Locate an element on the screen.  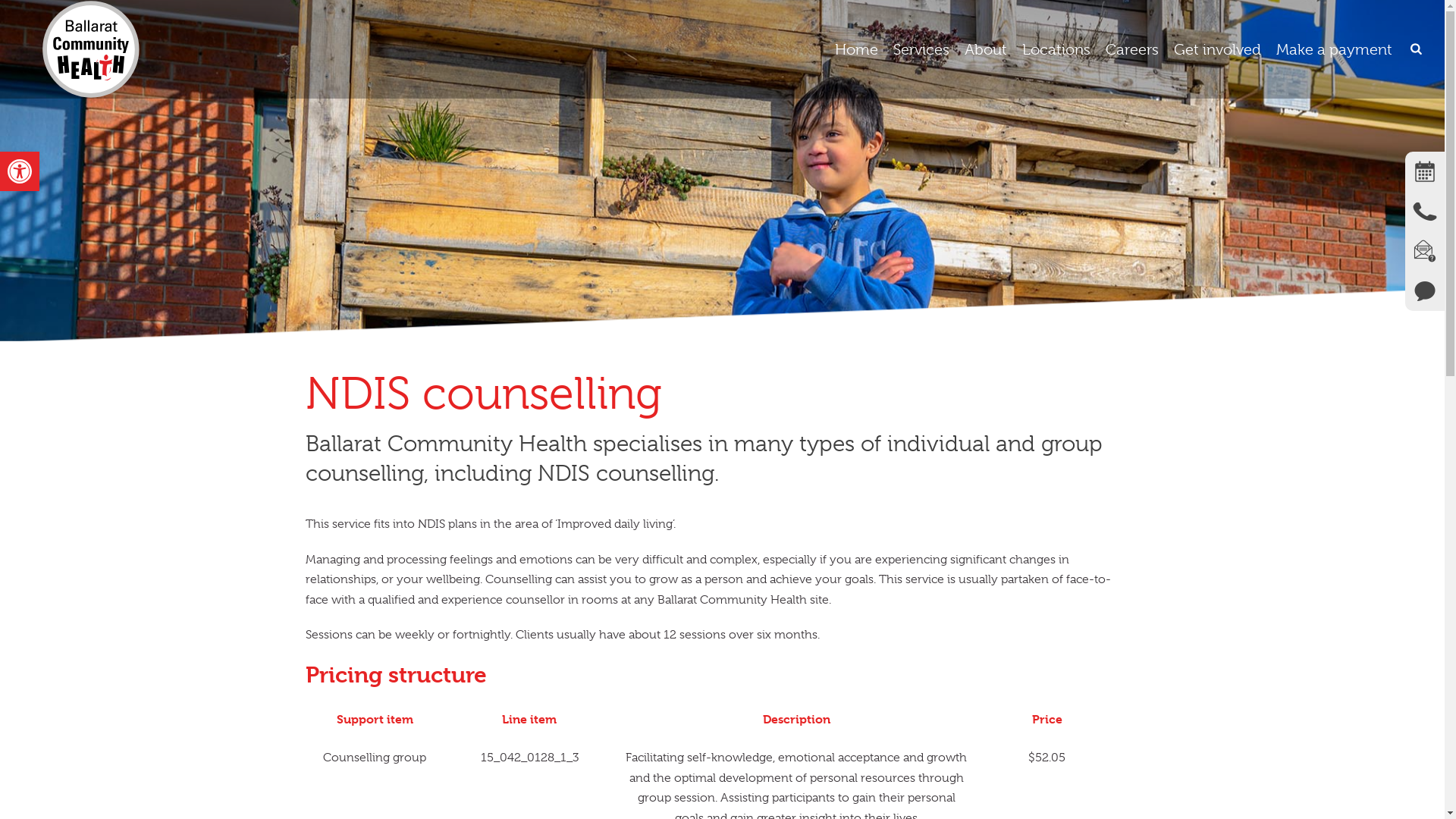
'Locations' is located at coordinates (1055, 49).